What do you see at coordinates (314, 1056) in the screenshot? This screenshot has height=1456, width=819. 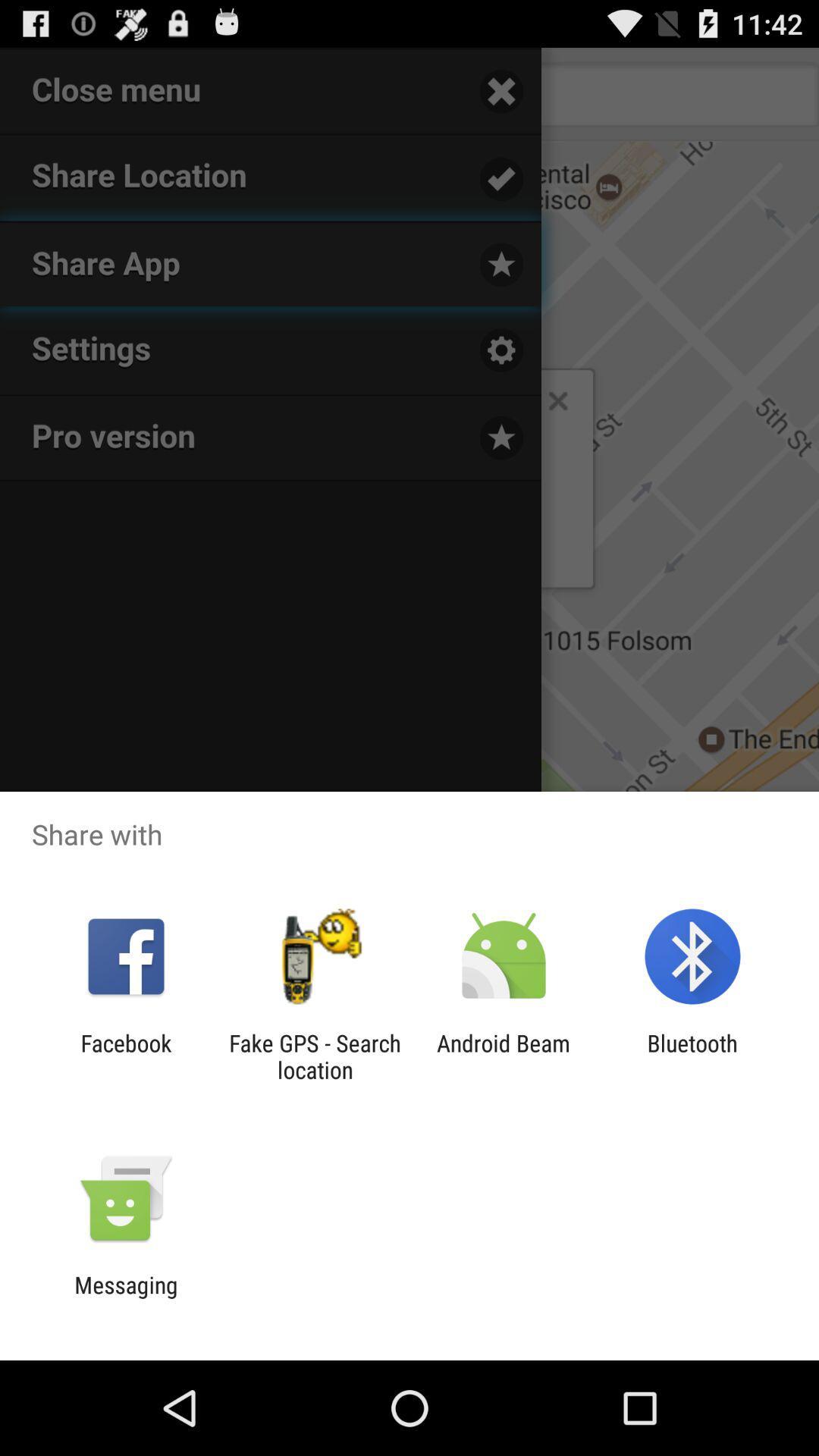 I see `fake gps search icon` at bounding box center [314, 1056].